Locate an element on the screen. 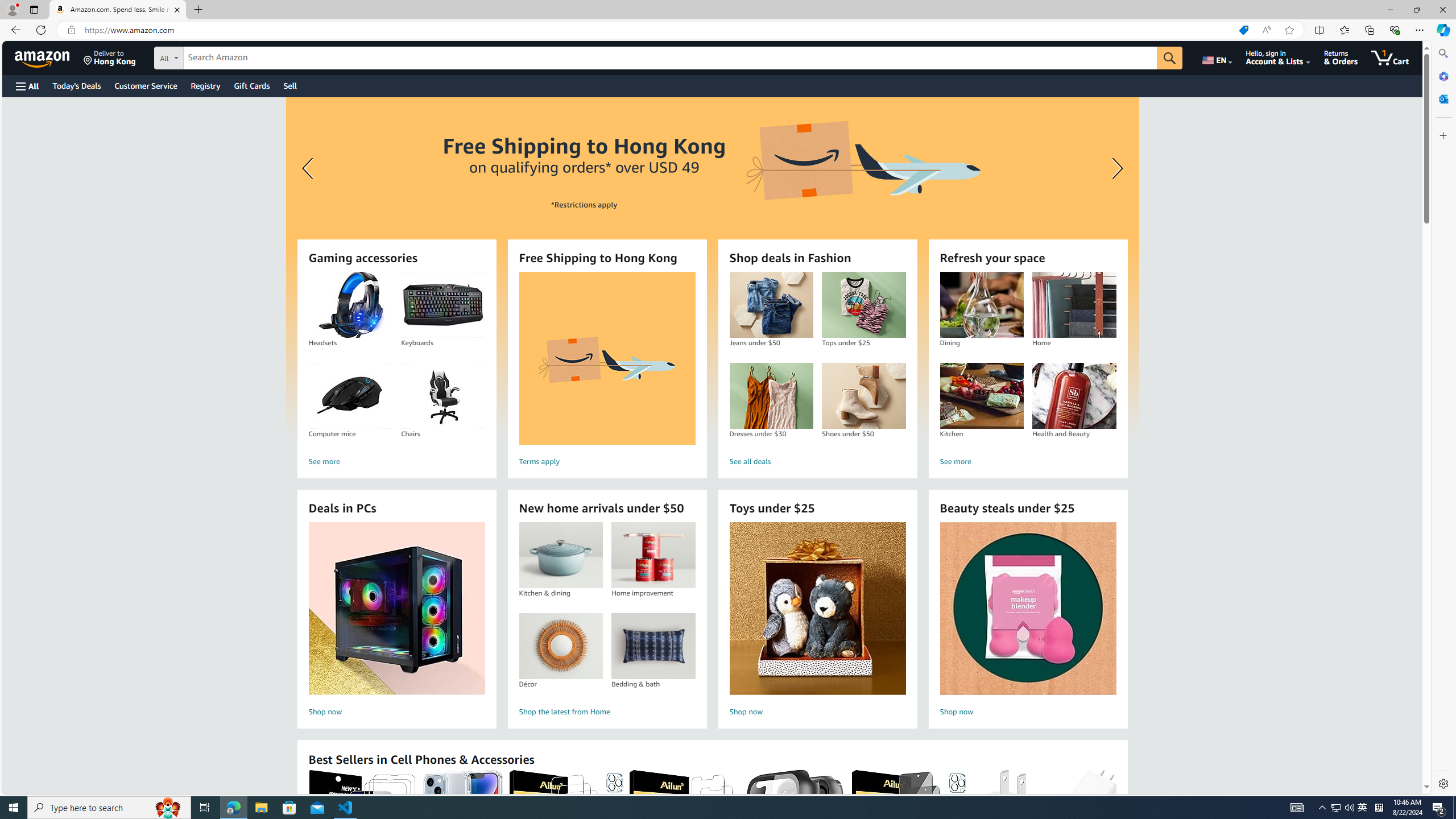 The width and height of the screenshot is (1456, 819). 'Bedding & bath' is located at coordinates (653, 646).